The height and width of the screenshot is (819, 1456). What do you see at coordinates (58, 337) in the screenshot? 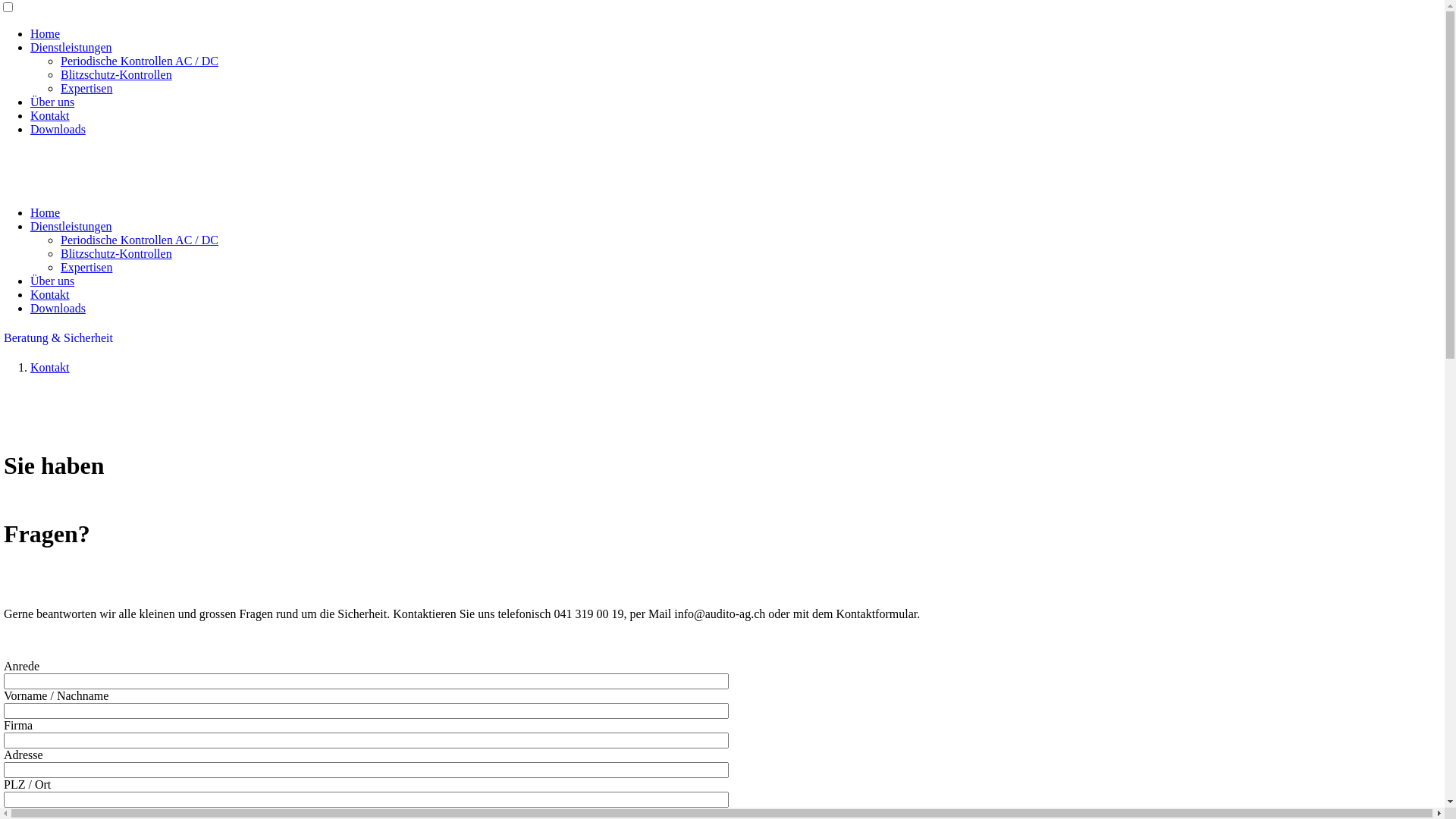
I see `'Beratung & Sicherheit'` at bounding box center [58, 337].